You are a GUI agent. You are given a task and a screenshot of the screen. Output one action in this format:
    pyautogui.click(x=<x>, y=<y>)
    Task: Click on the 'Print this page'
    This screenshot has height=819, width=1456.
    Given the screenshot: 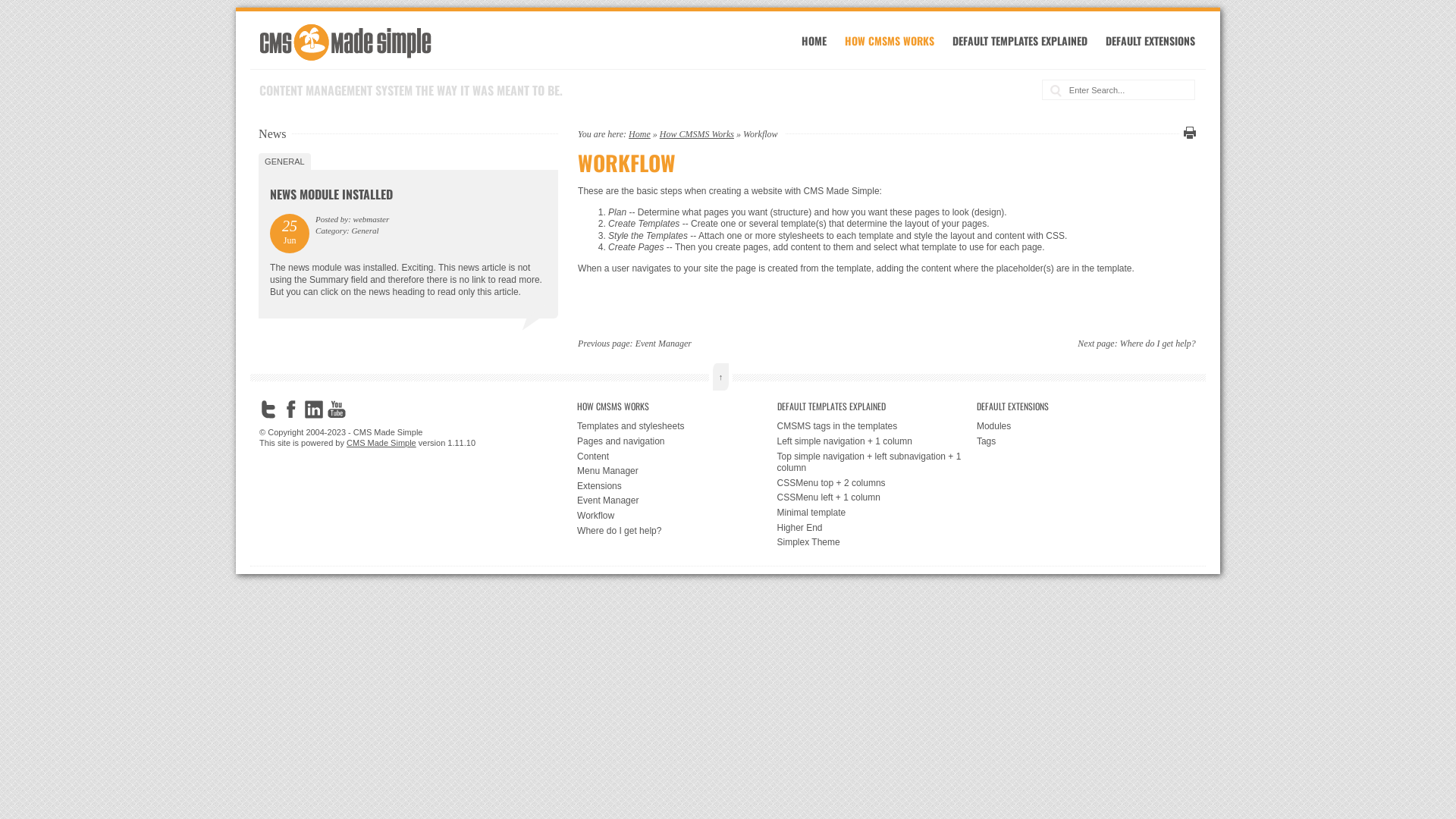 What is the action you would take?
    pyautogui.click(x=1186, y=131)
    